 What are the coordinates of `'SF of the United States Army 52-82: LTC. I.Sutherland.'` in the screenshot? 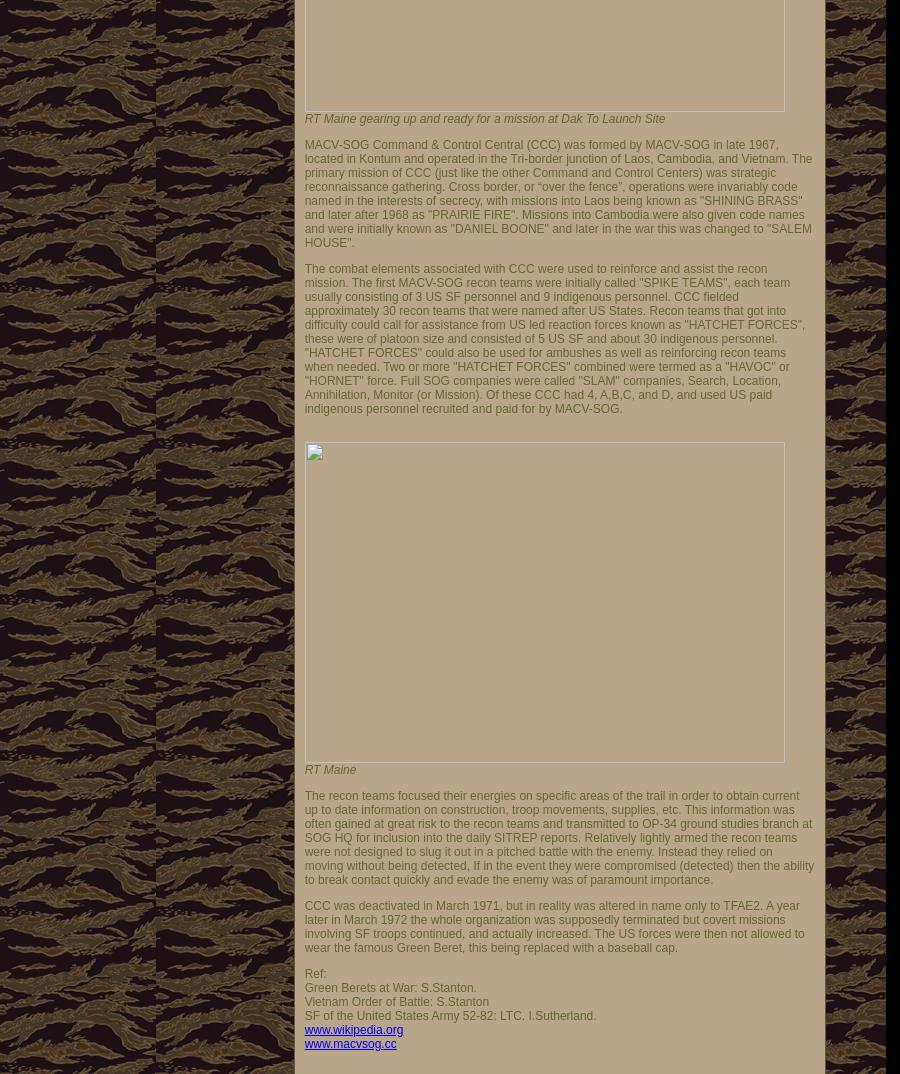 It's located at (450, 1015).